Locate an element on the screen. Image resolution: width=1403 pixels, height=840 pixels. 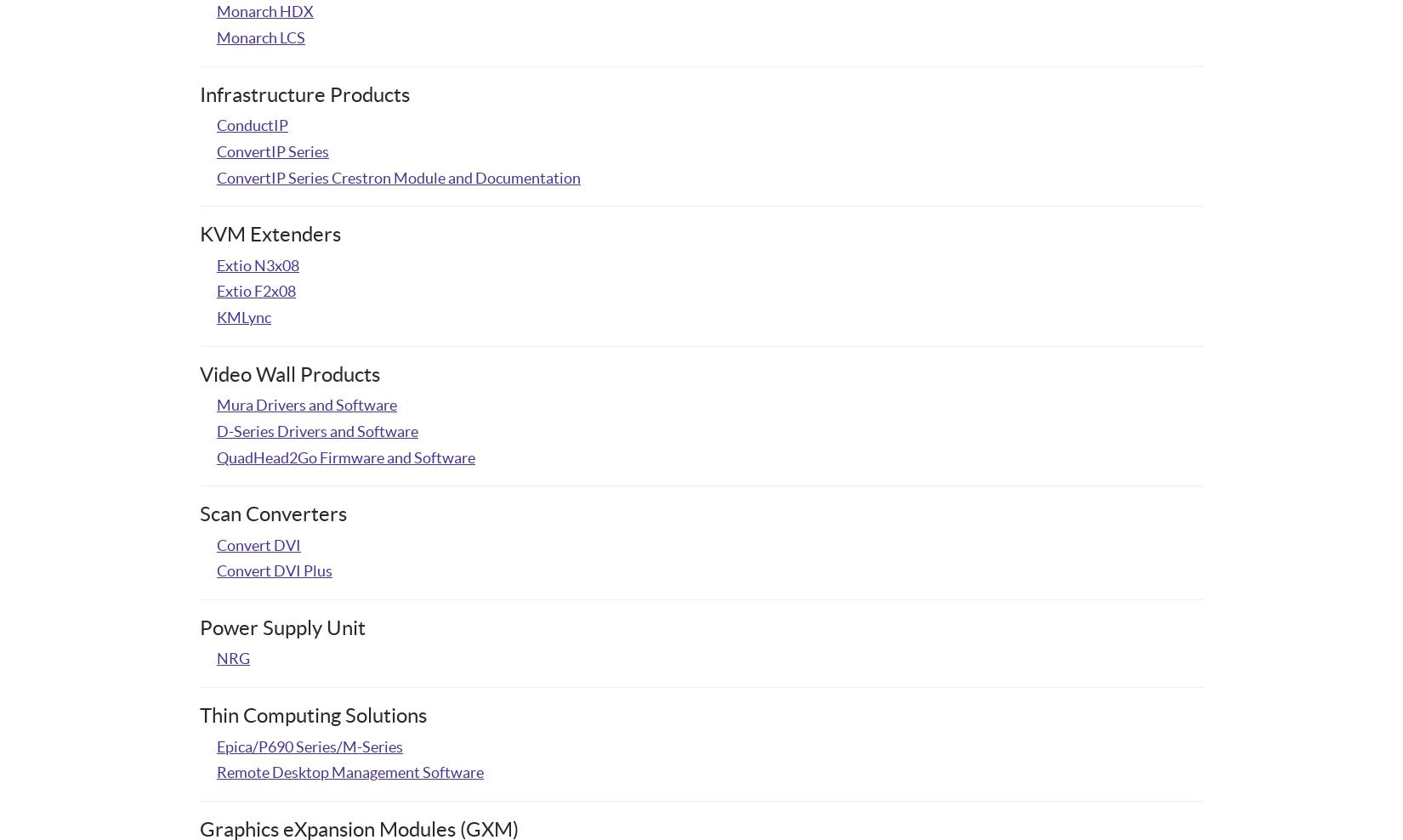
'Monarch HDX' is located at coordinates (265, 10).